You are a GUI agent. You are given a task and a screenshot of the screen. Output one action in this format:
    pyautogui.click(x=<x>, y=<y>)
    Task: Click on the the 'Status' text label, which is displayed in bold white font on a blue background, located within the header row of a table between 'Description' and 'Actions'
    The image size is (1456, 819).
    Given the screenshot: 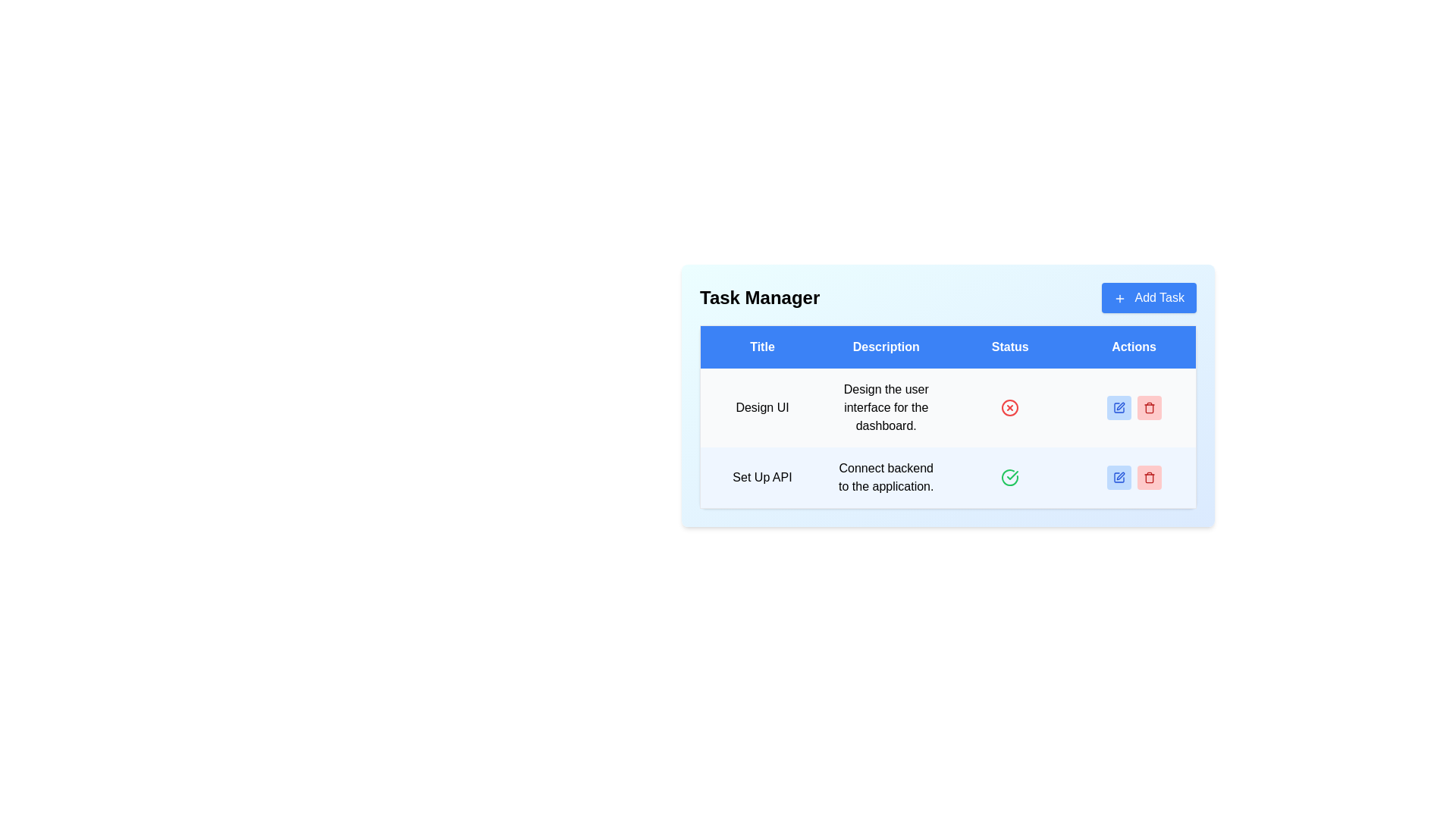 What is the action you would take?
    pyautogui.click(x=1010, y=347)
    